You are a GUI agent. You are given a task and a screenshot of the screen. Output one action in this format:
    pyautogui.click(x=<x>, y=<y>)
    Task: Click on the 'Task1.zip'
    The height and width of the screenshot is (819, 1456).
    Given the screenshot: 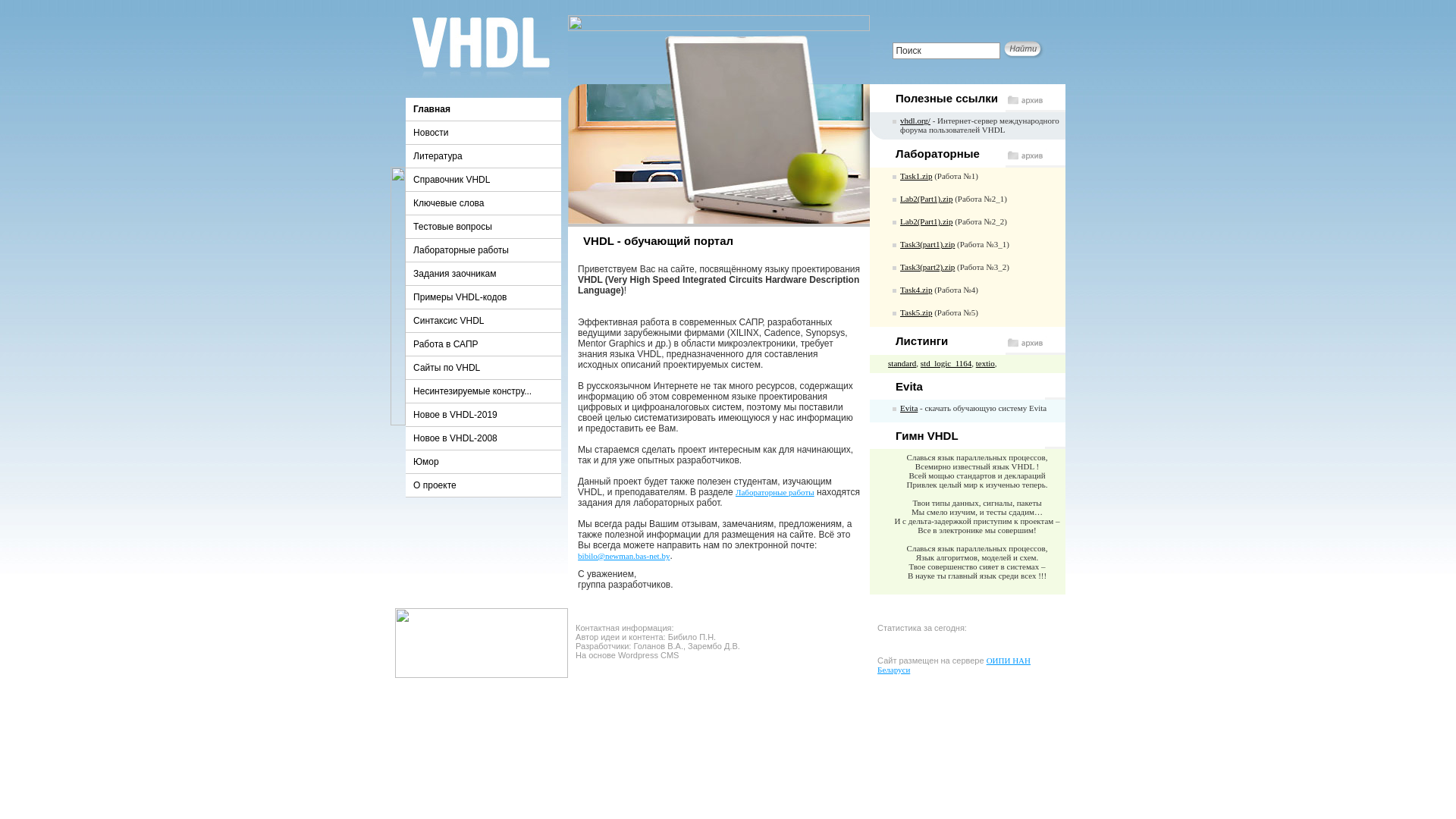 What is the action you would take?
    pyautogui.click(x=915, y=174)
    